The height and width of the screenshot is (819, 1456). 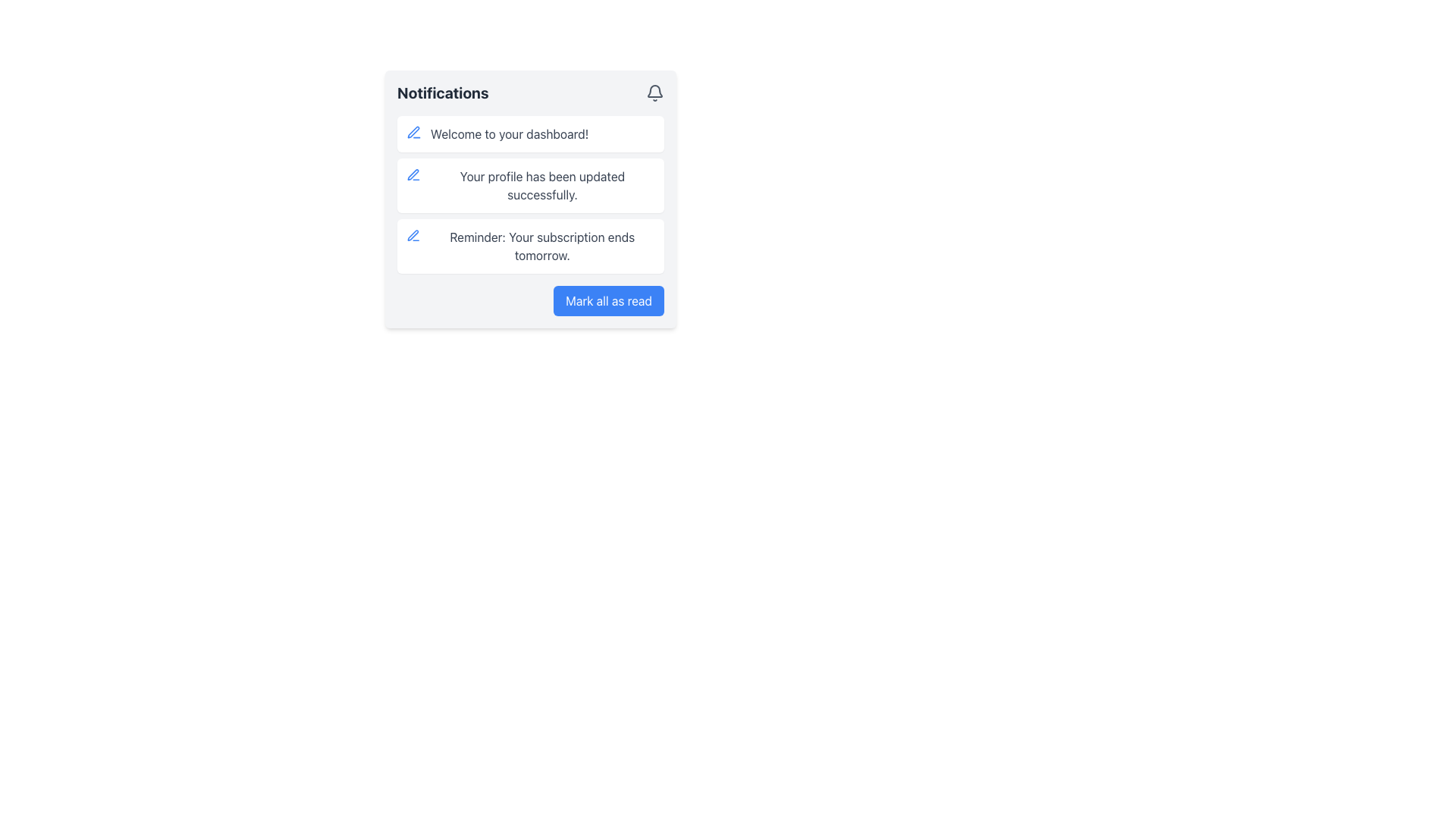 I want to click on notification text from the second notification entry in the notification panel, which states 'Your profile has been updated successfully.', so click(x=531, y=198).